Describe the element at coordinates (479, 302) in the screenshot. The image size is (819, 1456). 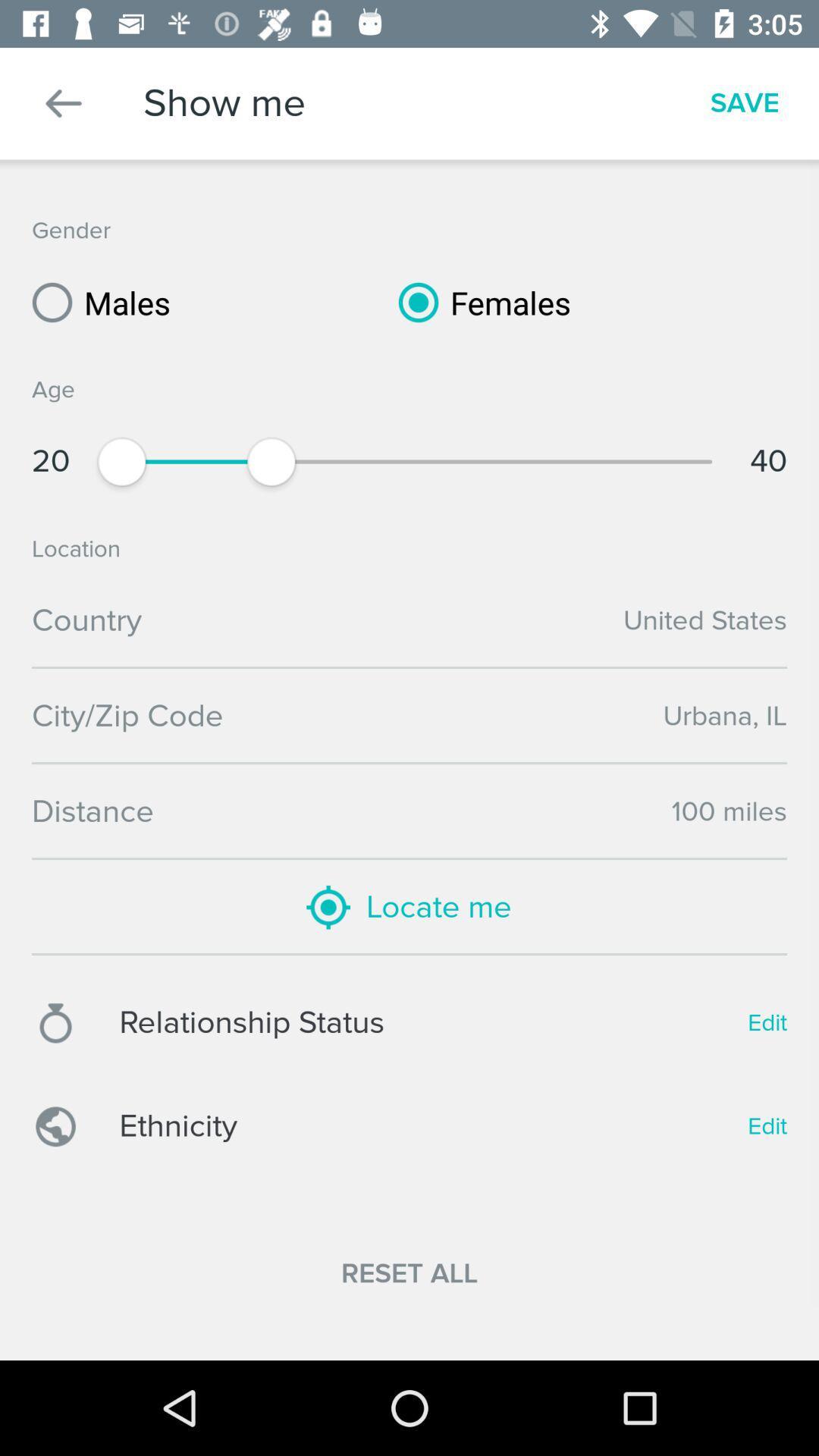
I see `icon above the age item` at that location.